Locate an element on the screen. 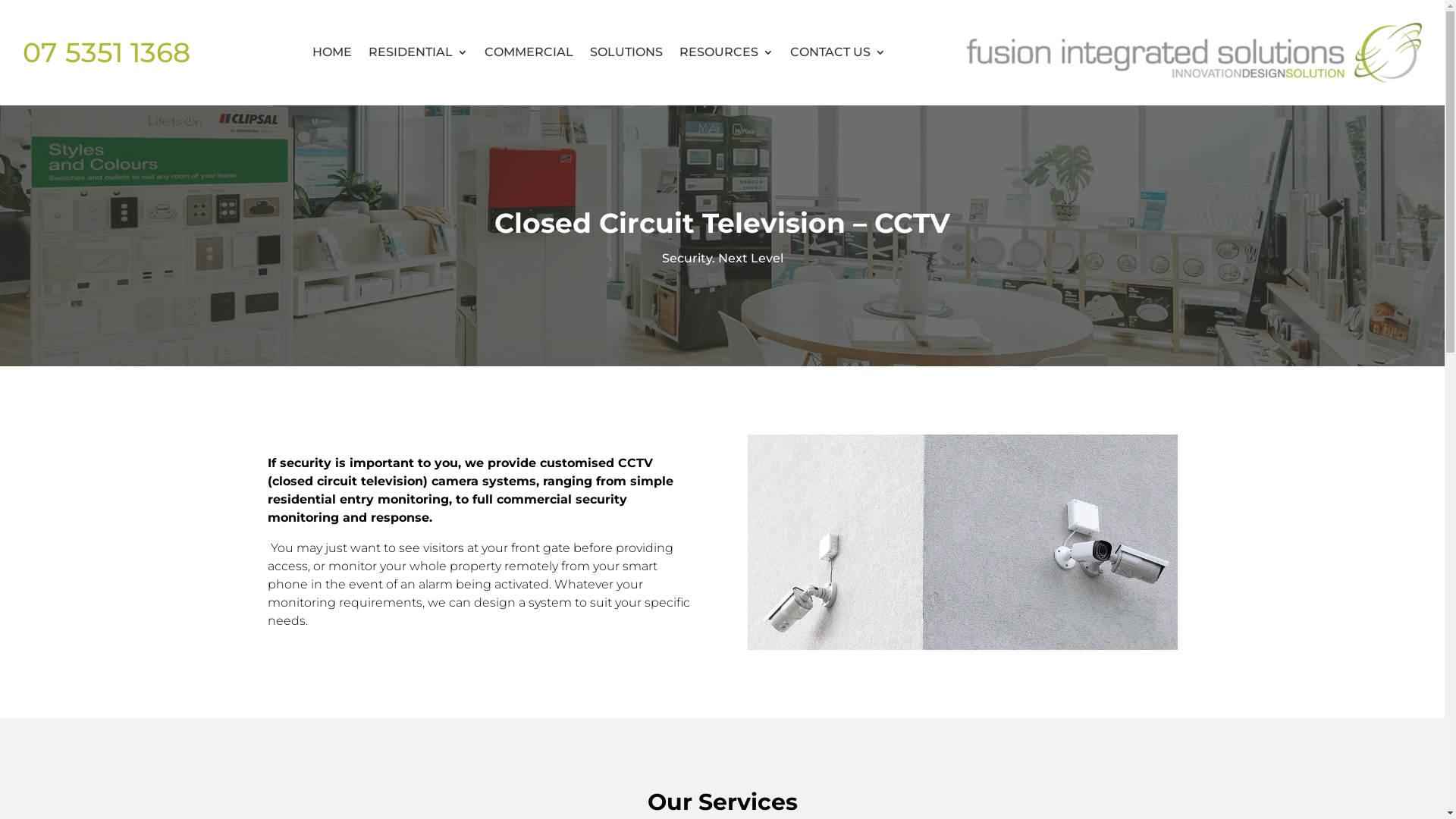 The image size is (1456, 819). 'HOME' is located at coordinates (331, 52).